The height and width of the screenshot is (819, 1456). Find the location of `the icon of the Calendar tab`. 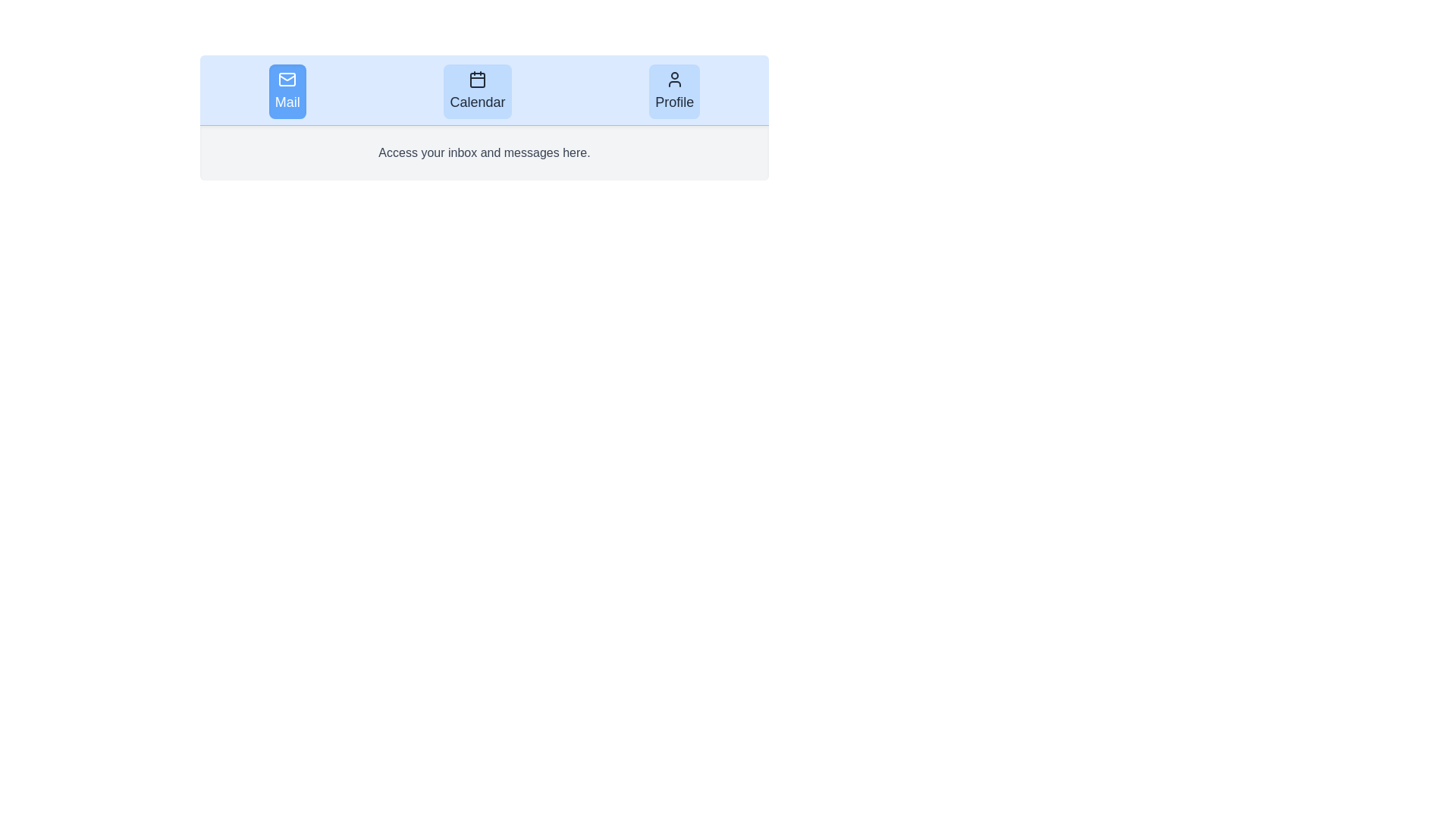

the icon of the Calendar tab is located at coordinates (476, 91).